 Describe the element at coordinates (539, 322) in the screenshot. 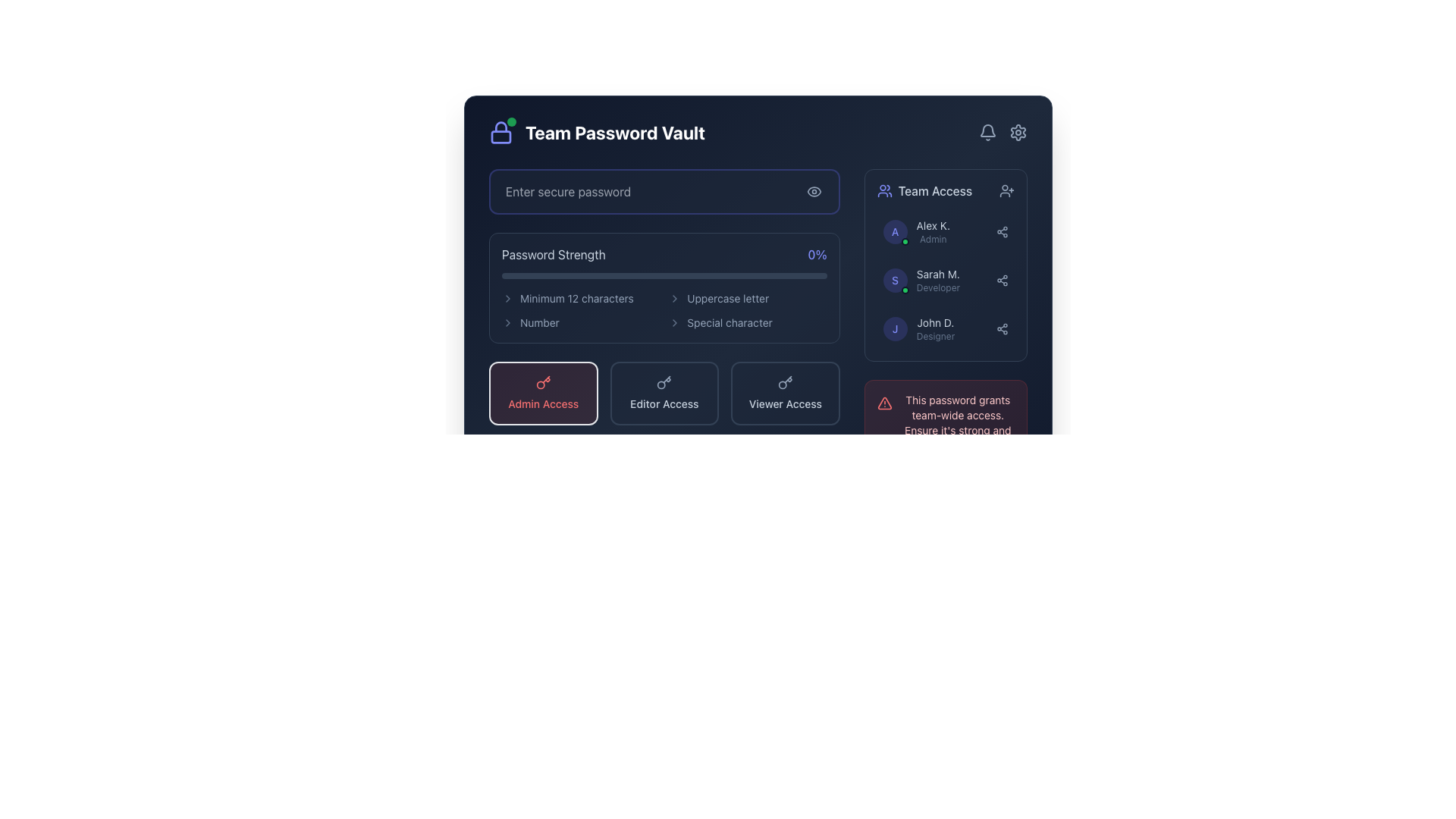

I see `the static text label indicating password strength requirements, located in the 'Password Strength' section beside a chevron icon` at that location.